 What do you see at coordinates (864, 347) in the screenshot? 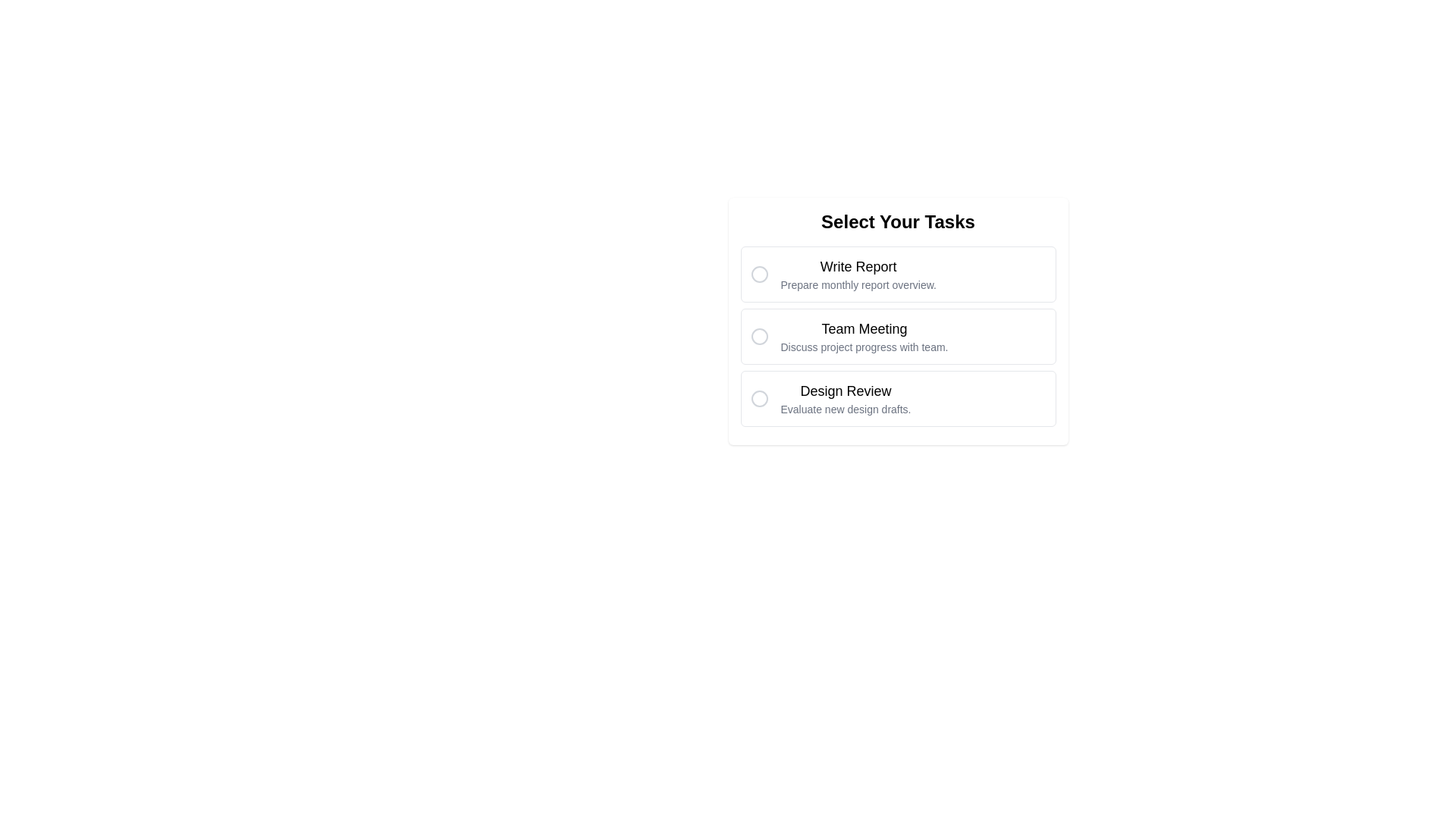
I see `the text label that reads 'Discuss project progress with team.', which is styled in a smaller font size and lighter gray color, positioned beneath the 'Team Meeting' title` at bounding box center [864, 347].